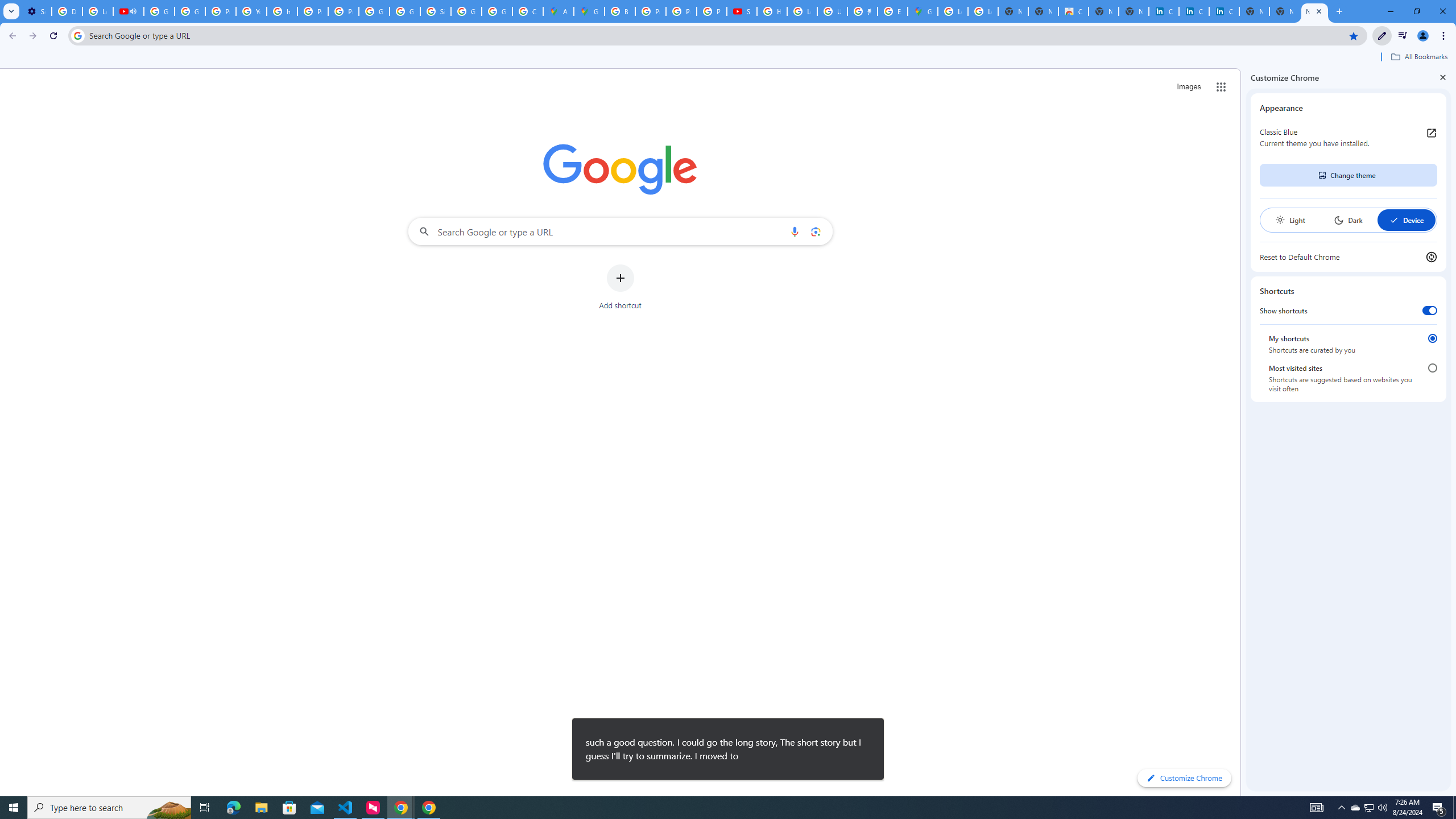 The width and height of the screenshot is (1456, 819). Describe the element at coordinates (1433, 368) in the screenshot. I see `'Most visited sites'` at that location.